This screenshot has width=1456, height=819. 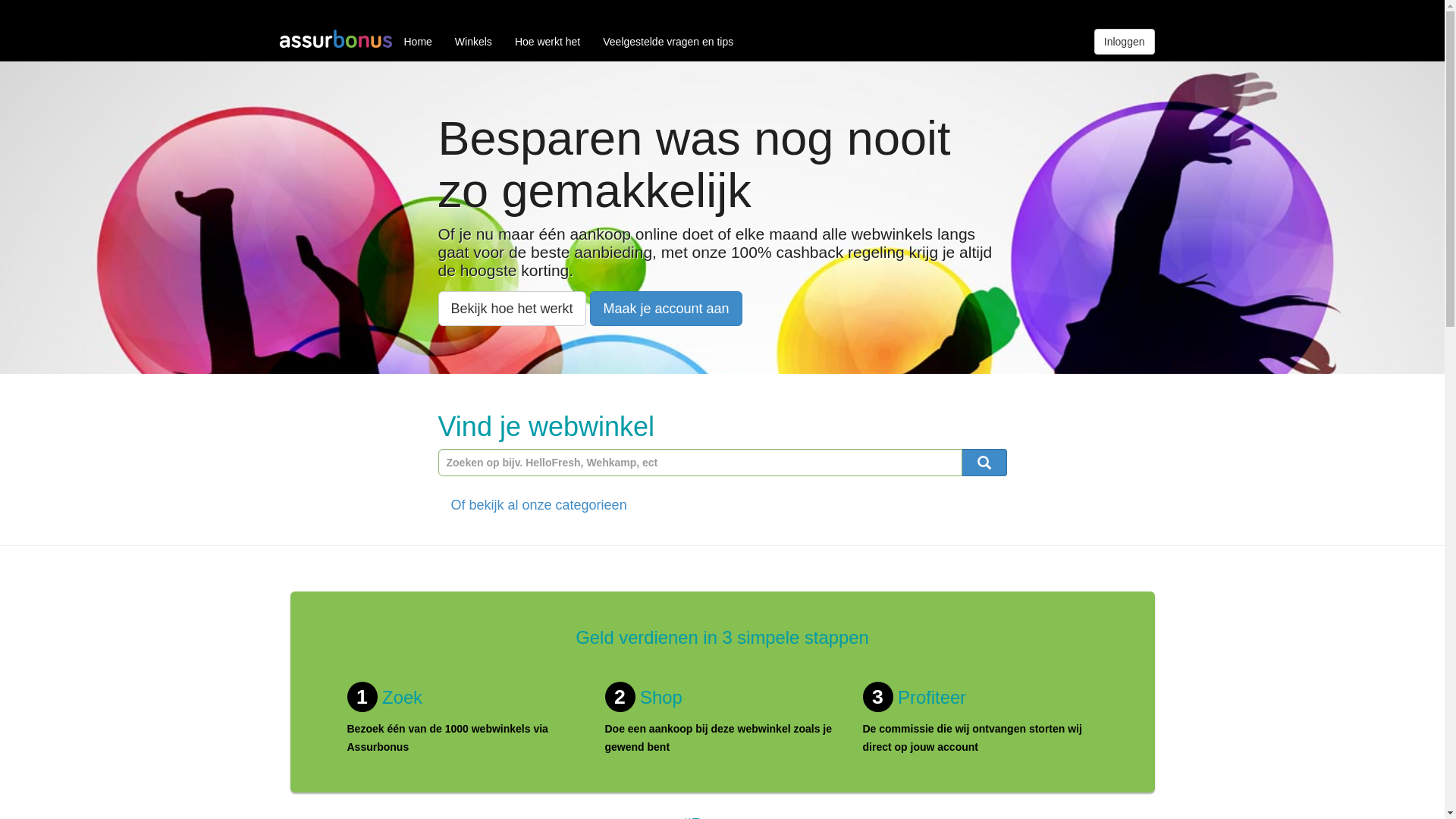 What do you see at coordinates (393, 40) in the screenshot?
I see `'Home'` at bounding box center [393, 40].